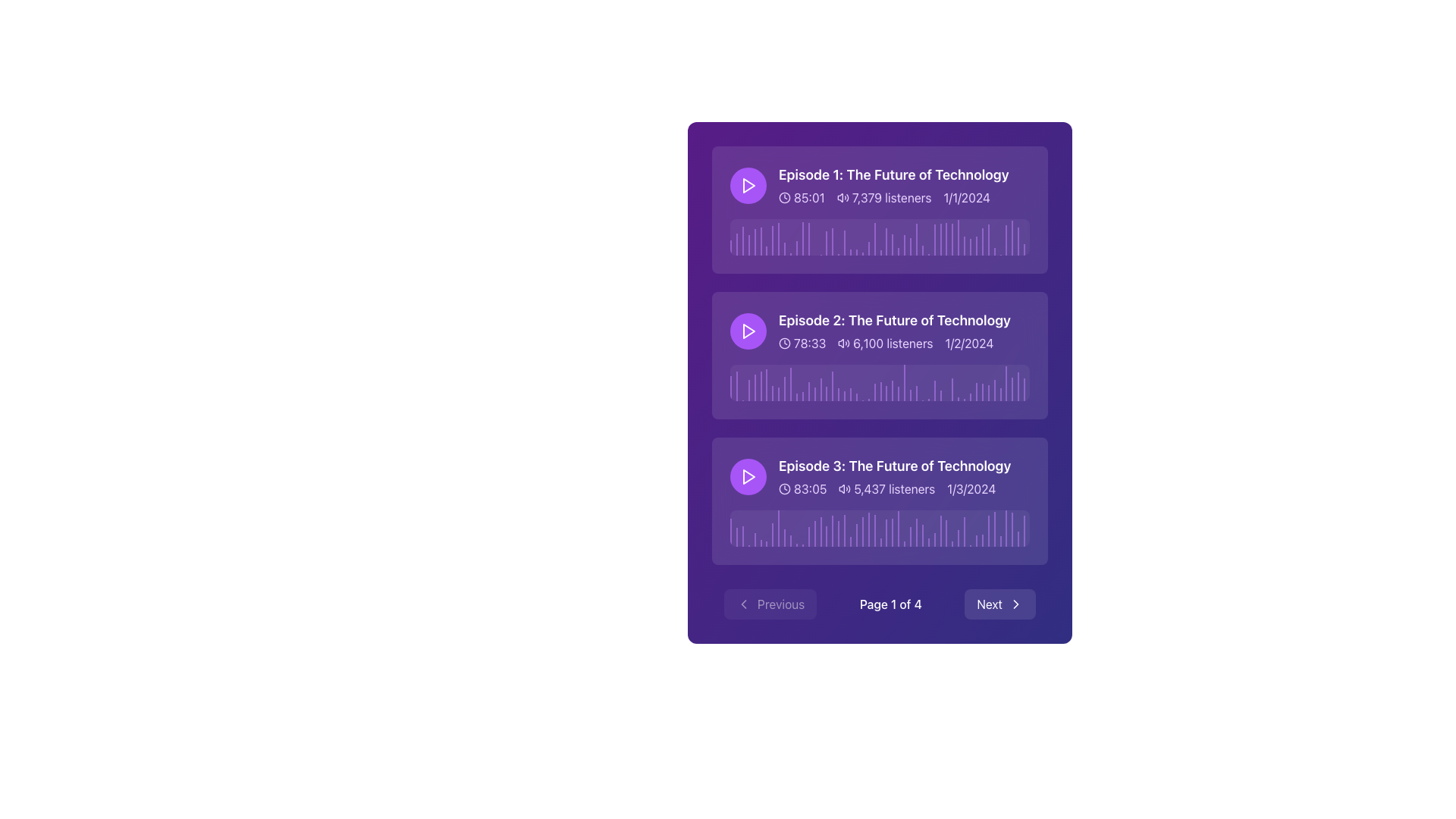 This screenshot has width=1456, height=819. Describe the element at coordinates (988, 392) in the screenshot. I see `the forty-fourth Progress Indicator Segment, a thin vertical bar with a transparent purple appearance, located in the bottom area of the waveform component` at that location.